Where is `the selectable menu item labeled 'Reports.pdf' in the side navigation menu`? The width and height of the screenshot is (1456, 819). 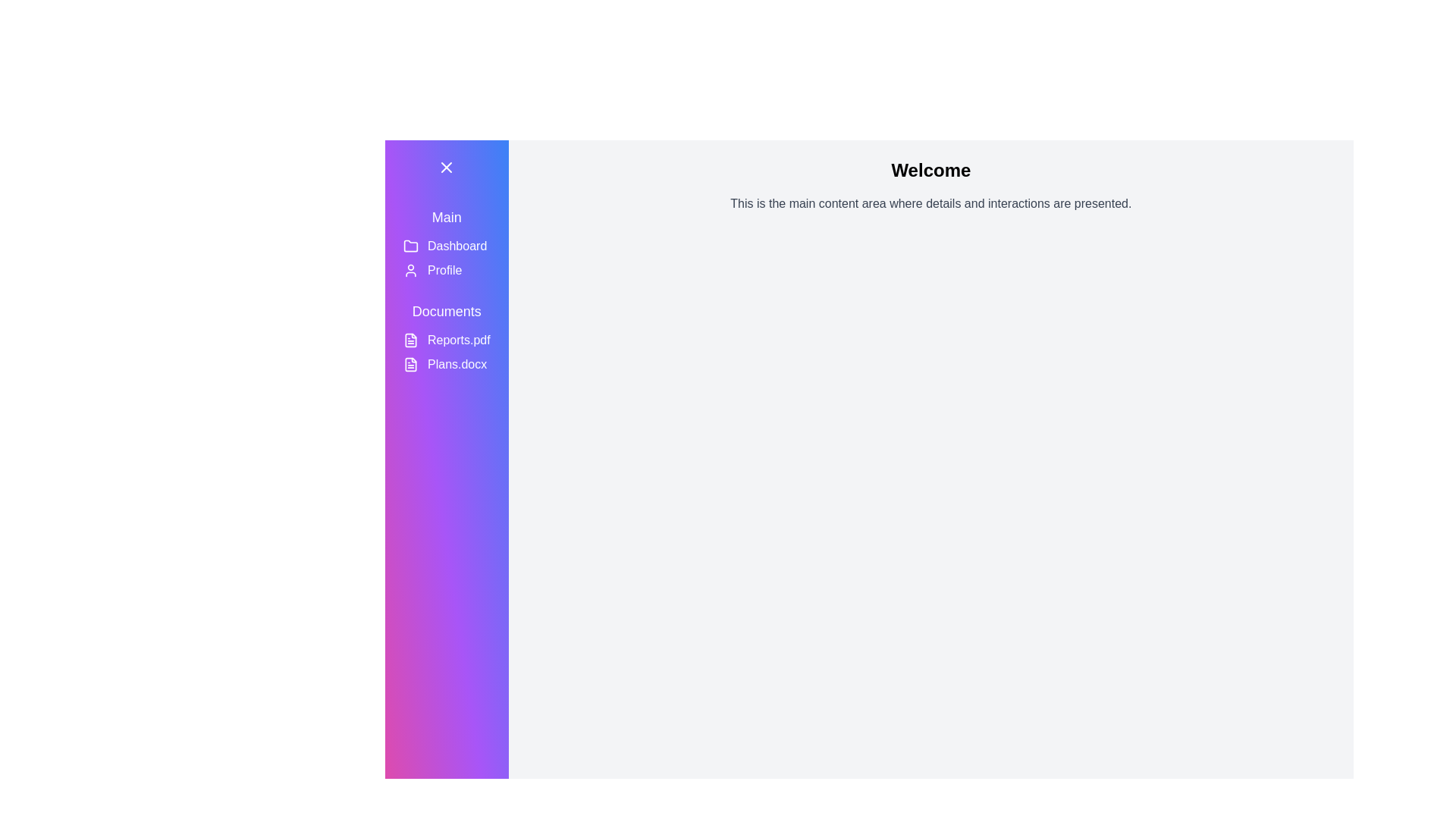
the selectable menu item labeled 'Reports.pdf' in the side navigation menu is located at coordinates (446, 339).